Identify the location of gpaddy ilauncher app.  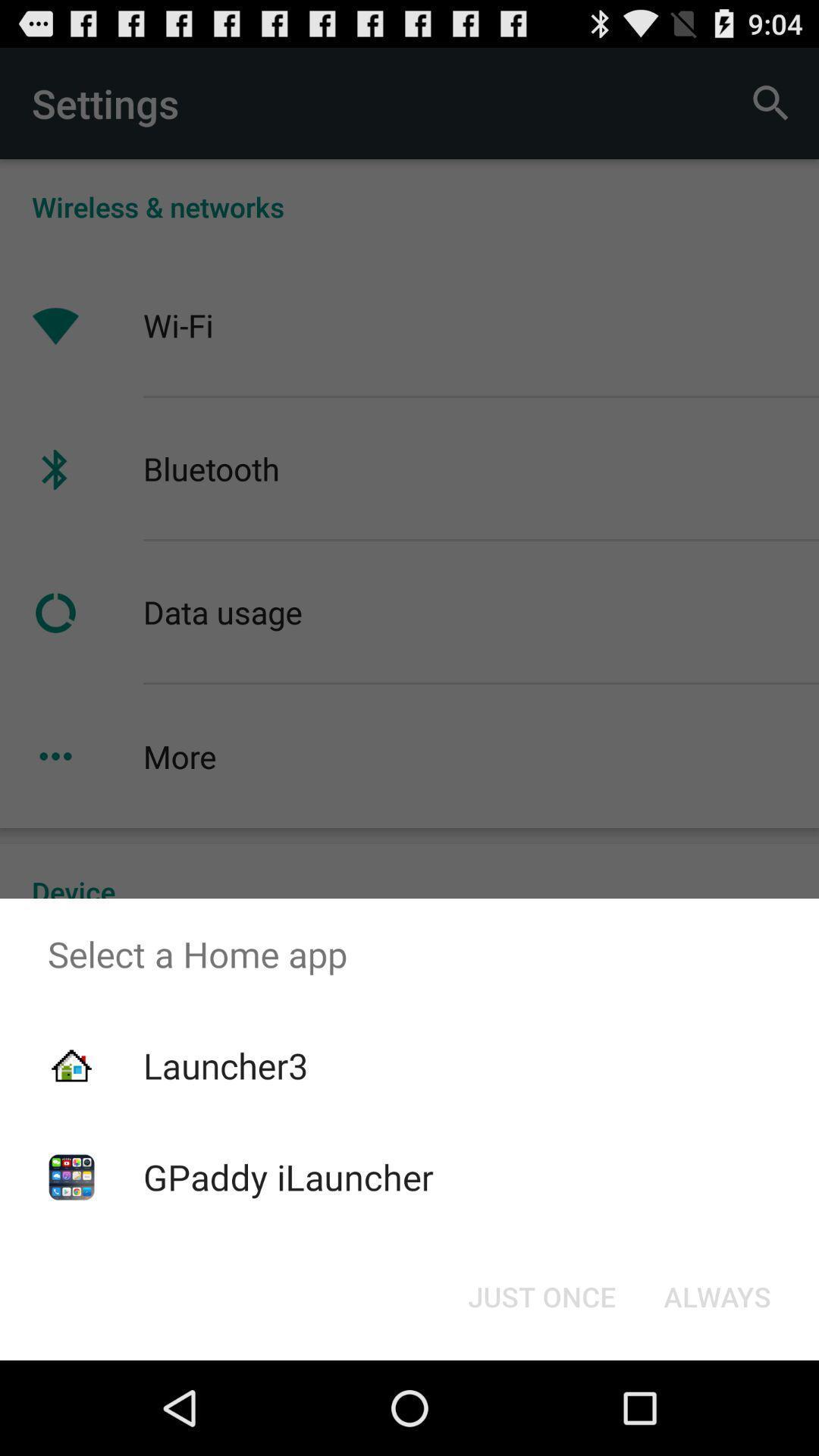
(288, 1176).